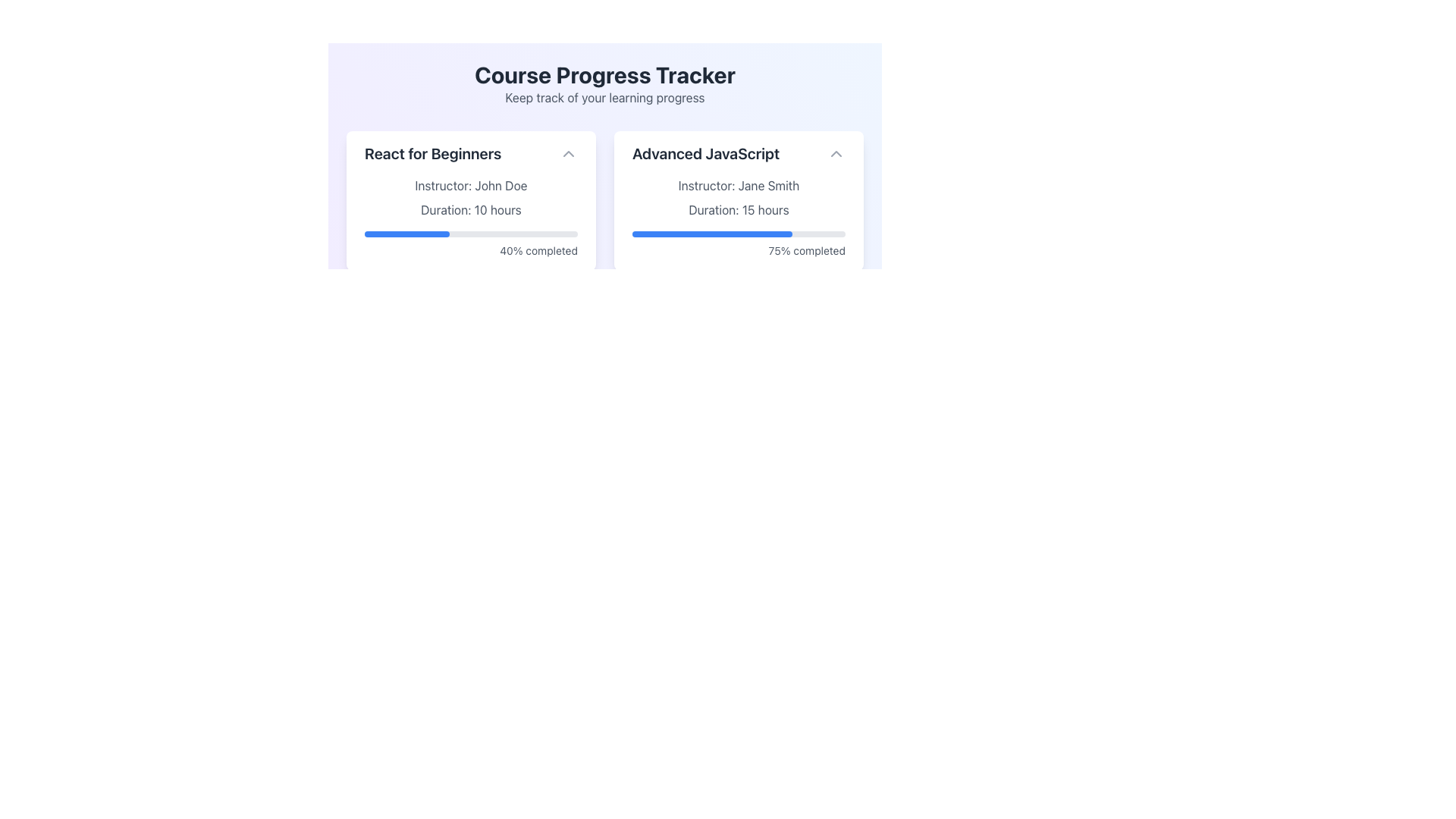  Describe the element at coordinates (470, 234) in the screenshot. I see `the progress visually on the horizontal progress bar located under the text 'Duration: 10 hours' and above '40% completed' in the 'React for Beginners' section` at that location.